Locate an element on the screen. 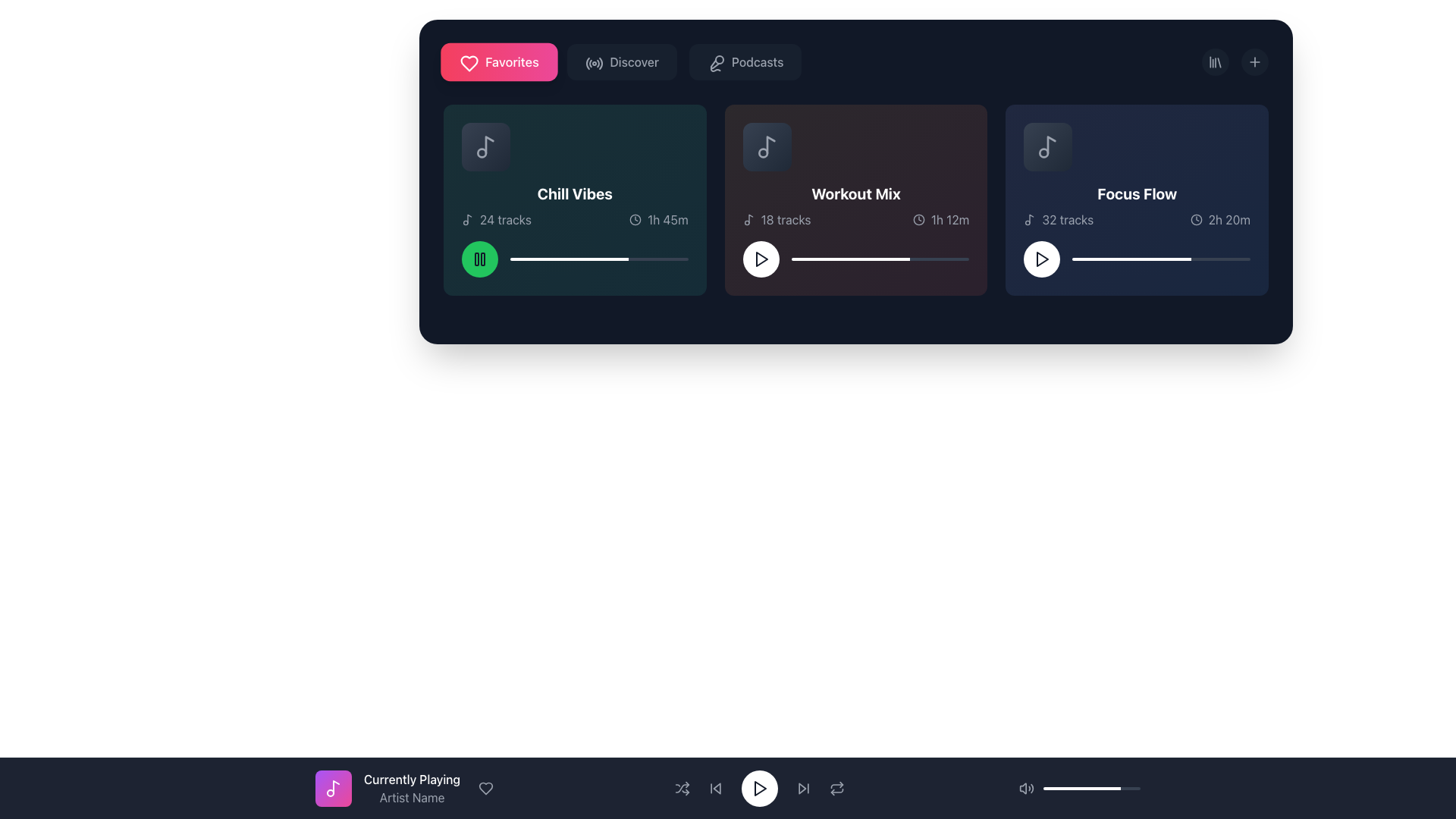 Image resolution: width=1456 pixels, height=819 pixels. the 'Focus Flow' playlist icon located to the left of the text '32 tracks' in the upper content area is located at coordinates (1030, 219).